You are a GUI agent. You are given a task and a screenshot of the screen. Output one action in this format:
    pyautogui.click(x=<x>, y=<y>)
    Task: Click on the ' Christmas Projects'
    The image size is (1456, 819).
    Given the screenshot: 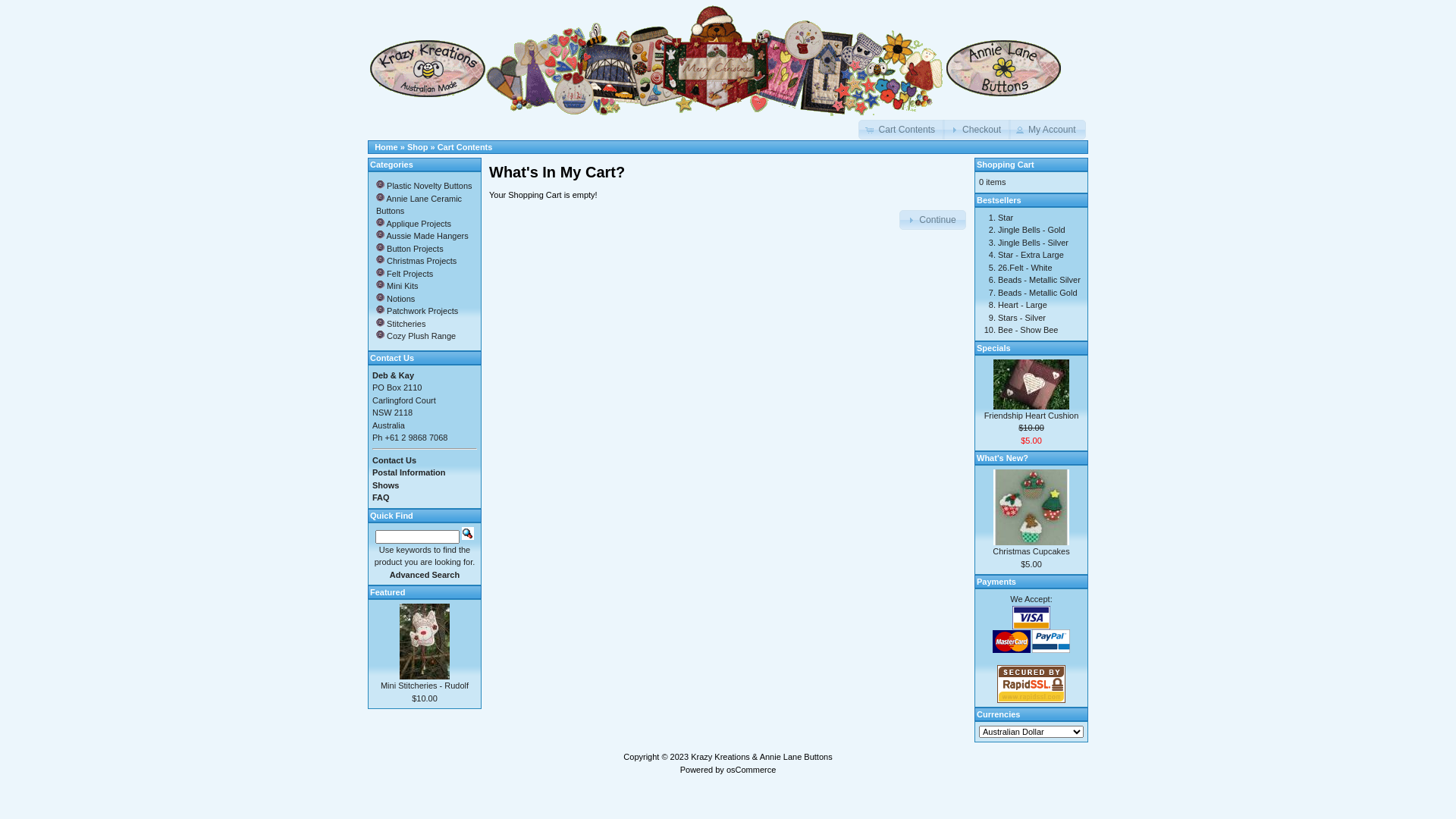 What is the action you would take?
    pyautogui.click(x=416, y=259)
    